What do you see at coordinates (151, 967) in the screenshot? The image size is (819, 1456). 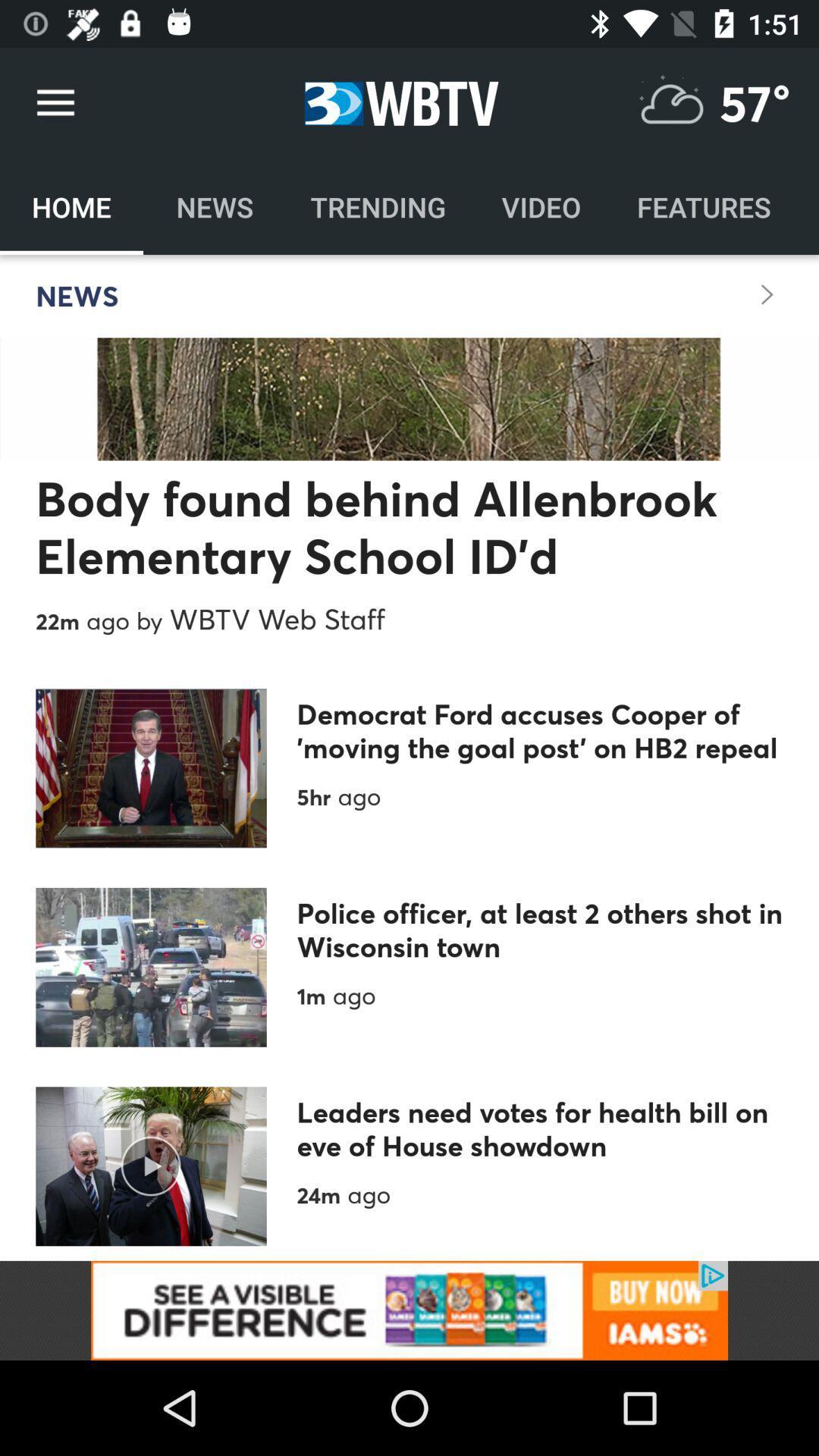 I see `the second image from top` at bounding box center [151, 967].